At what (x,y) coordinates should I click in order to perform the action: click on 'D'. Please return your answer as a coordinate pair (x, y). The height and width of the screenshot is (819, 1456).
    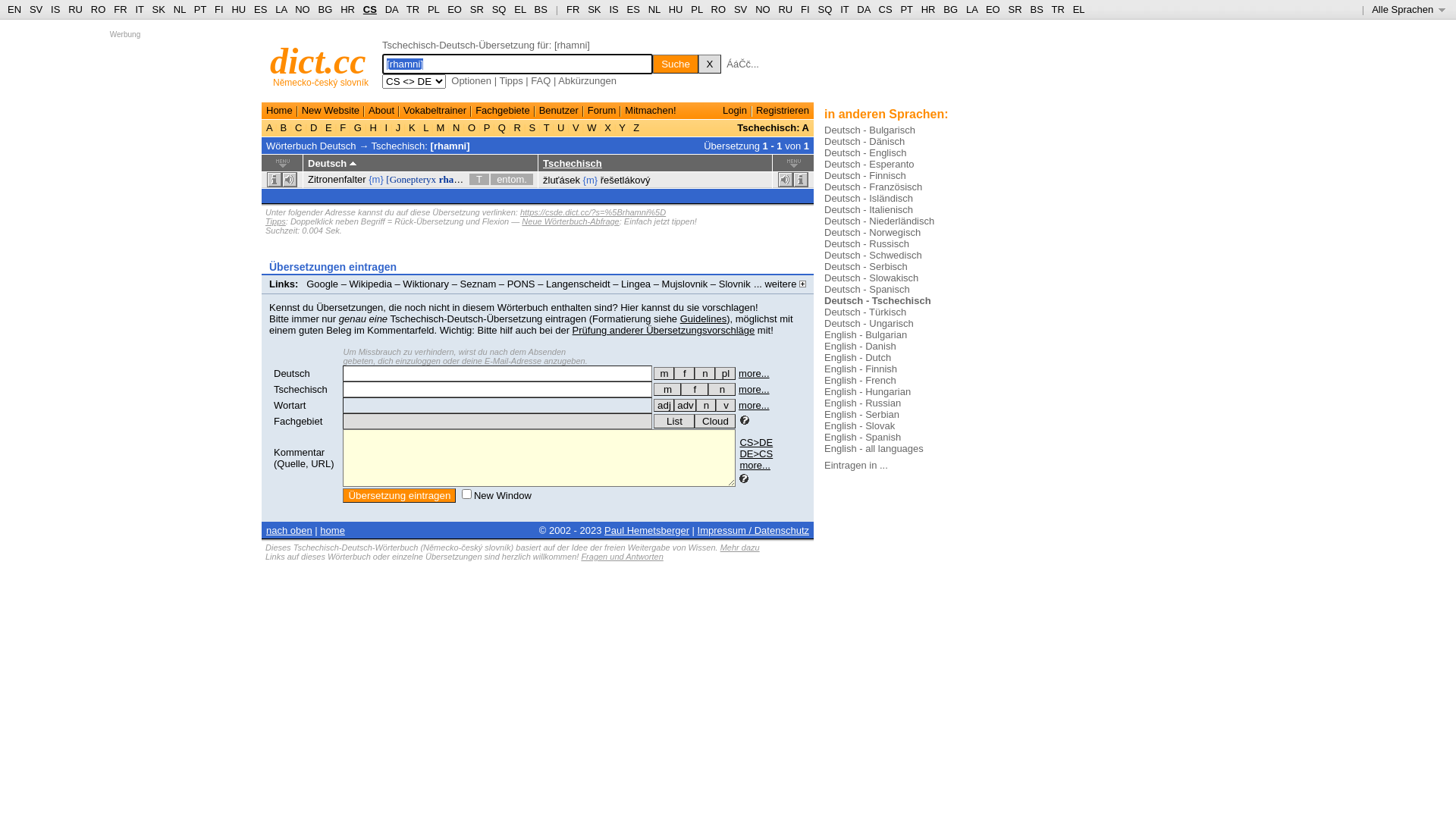
    Looking at the image, I should click on (312, 127).